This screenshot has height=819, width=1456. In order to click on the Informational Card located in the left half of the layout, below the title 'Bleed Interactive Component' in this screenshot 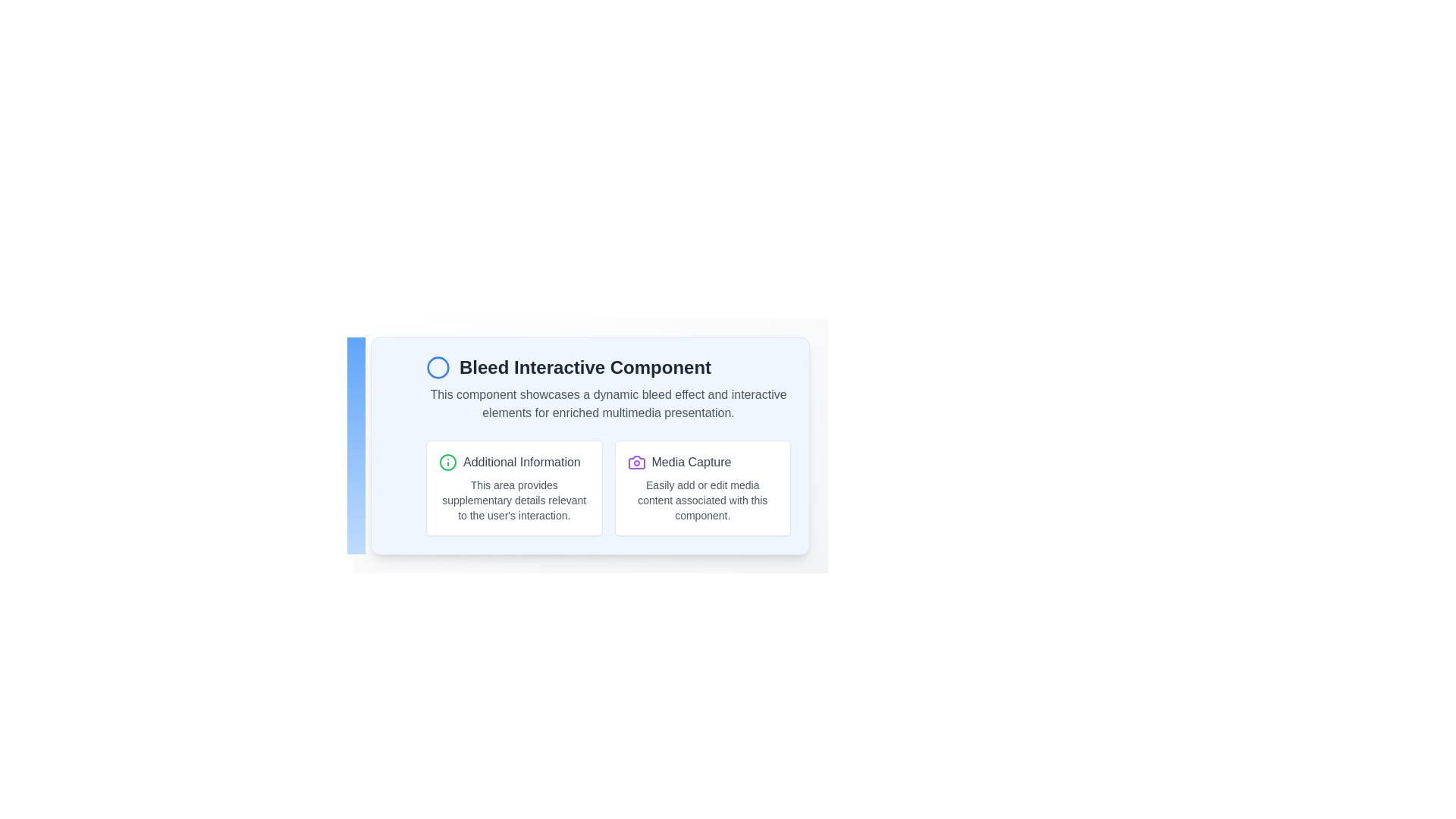, I will do `click(514, 488)`.